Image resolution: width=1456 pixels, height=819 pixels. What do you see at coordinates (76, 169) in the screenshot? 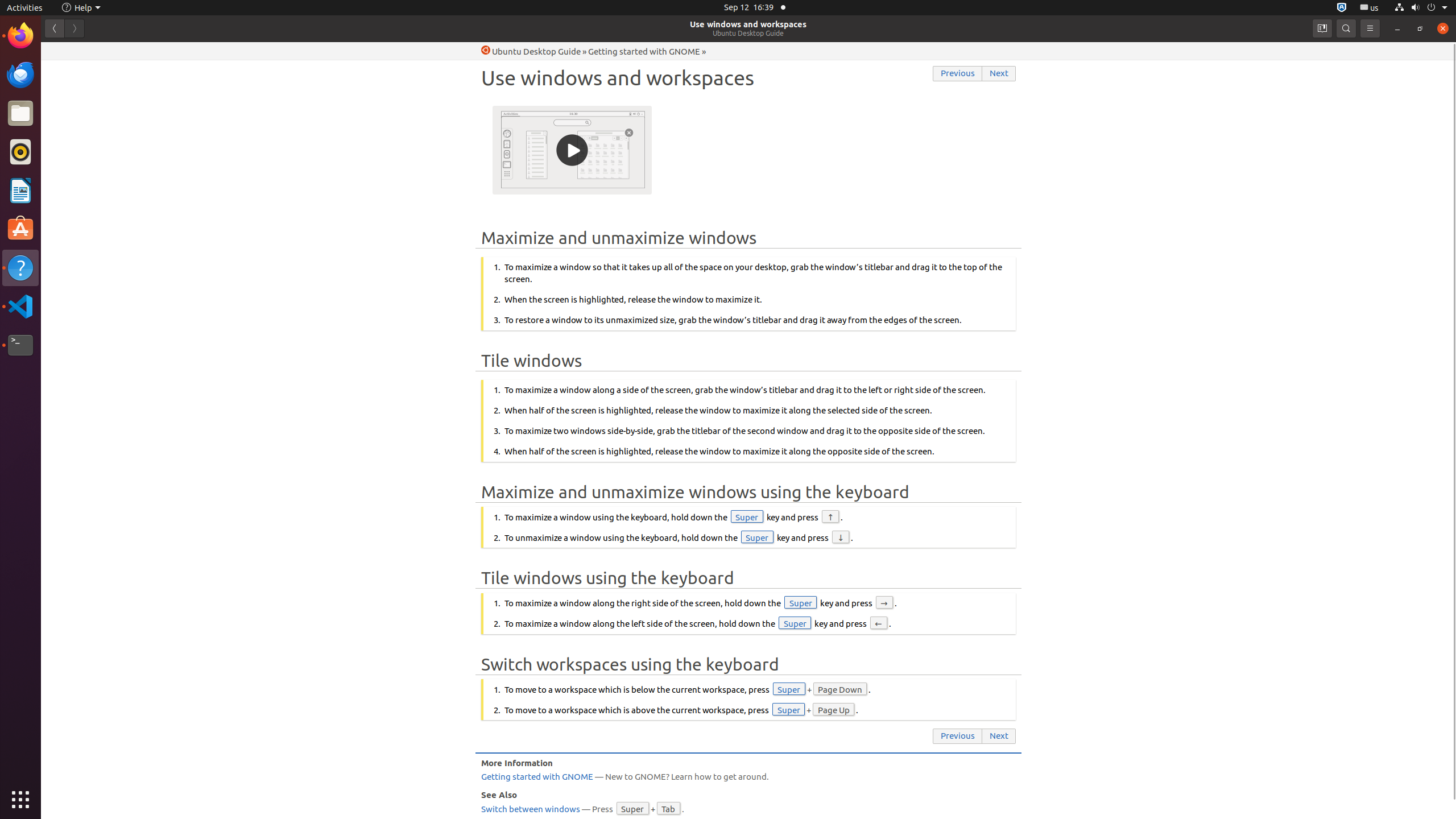
I see `'IsaHelpMain.desktop'` at bounding box center [76, 169].